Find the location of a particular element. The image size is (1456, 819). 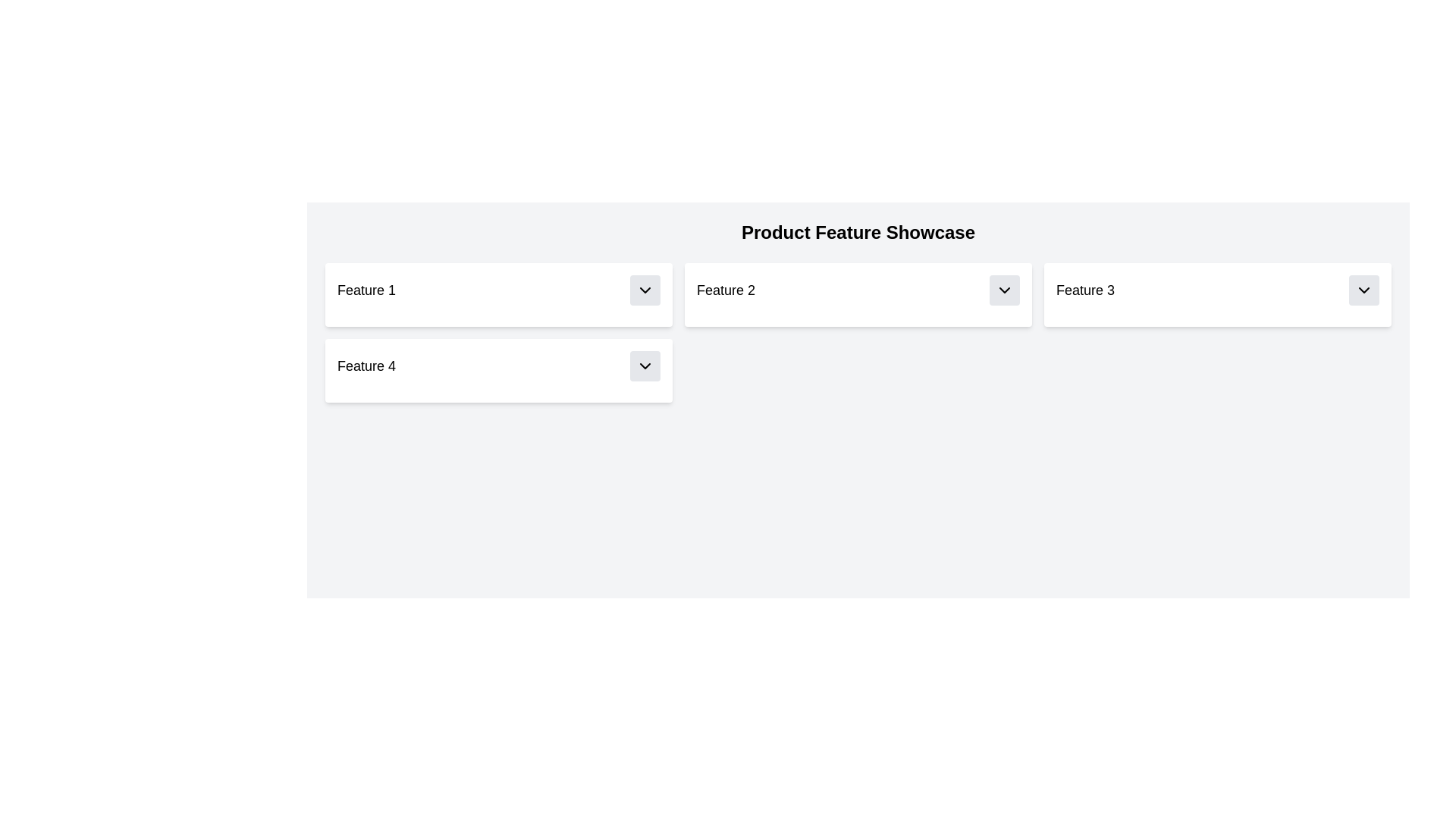

the 'Feature 4' card located in the lower-left corner of the grid layout is located at coordinates (498, 371).